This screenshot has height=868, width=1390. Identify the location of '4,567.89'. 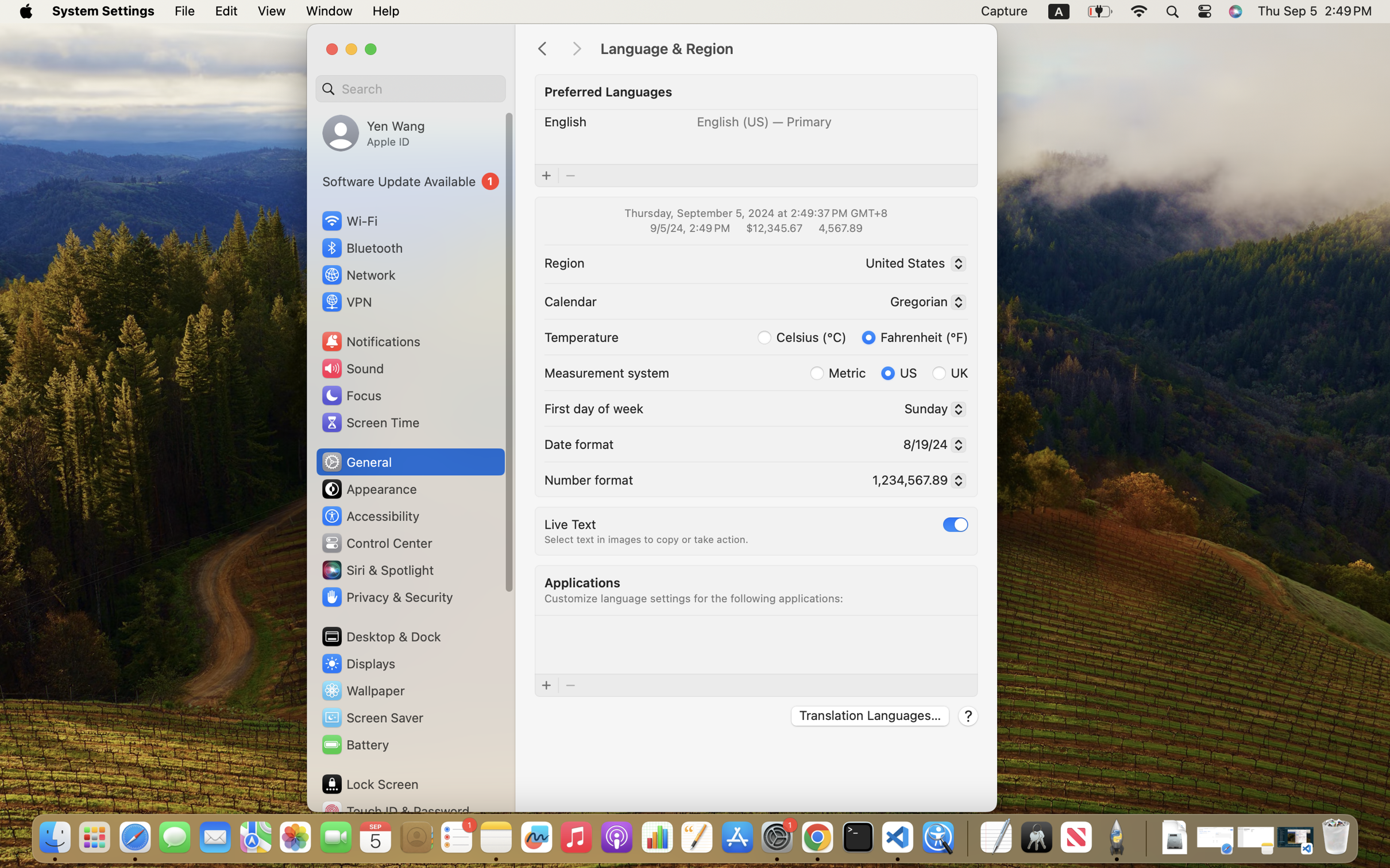
(839, 227).